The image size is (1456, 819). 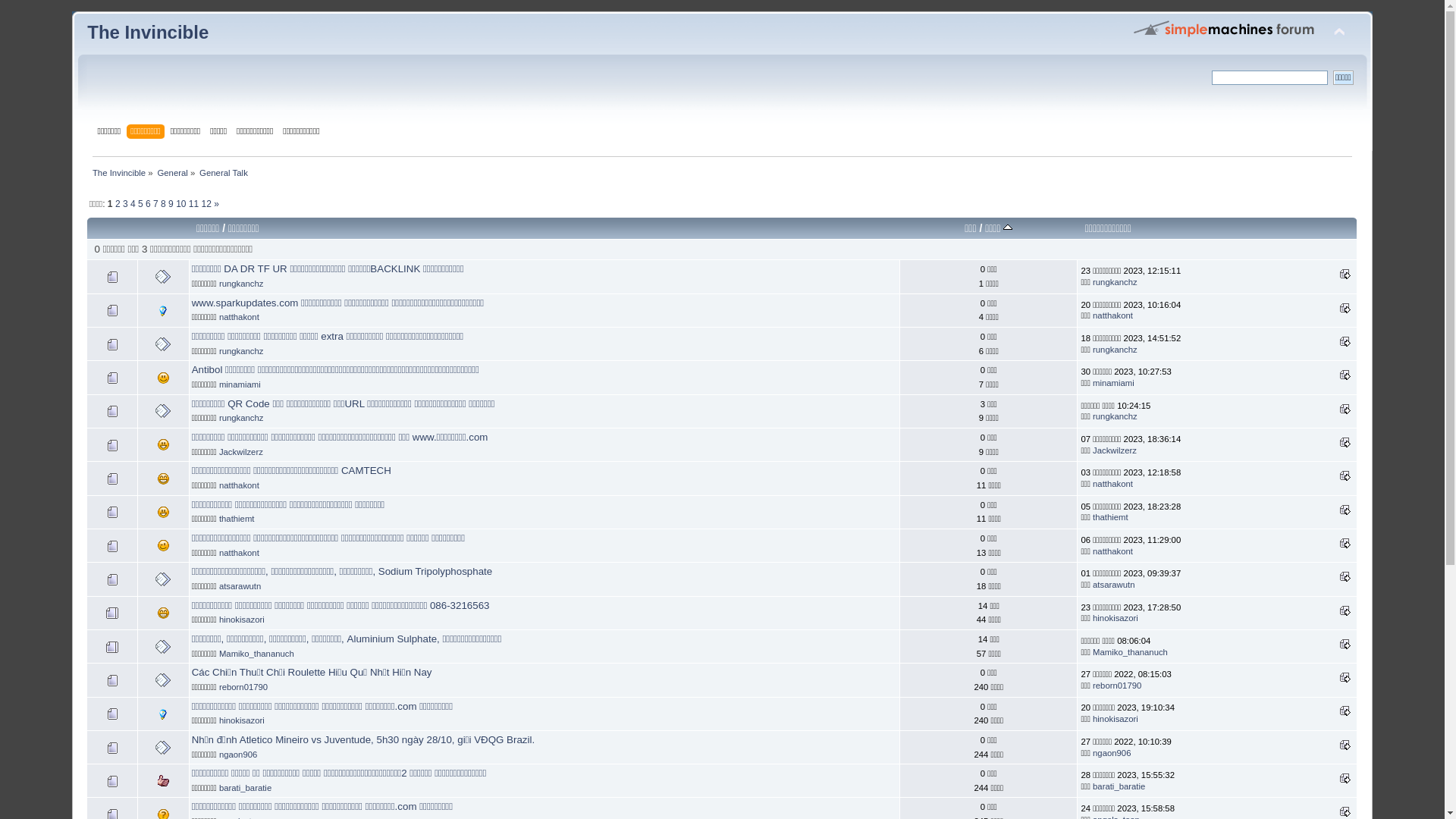 What do you see at coordinates (236, 517) in the screenshot?
I see `'thathiemt'` at bounding box center [236, 517].